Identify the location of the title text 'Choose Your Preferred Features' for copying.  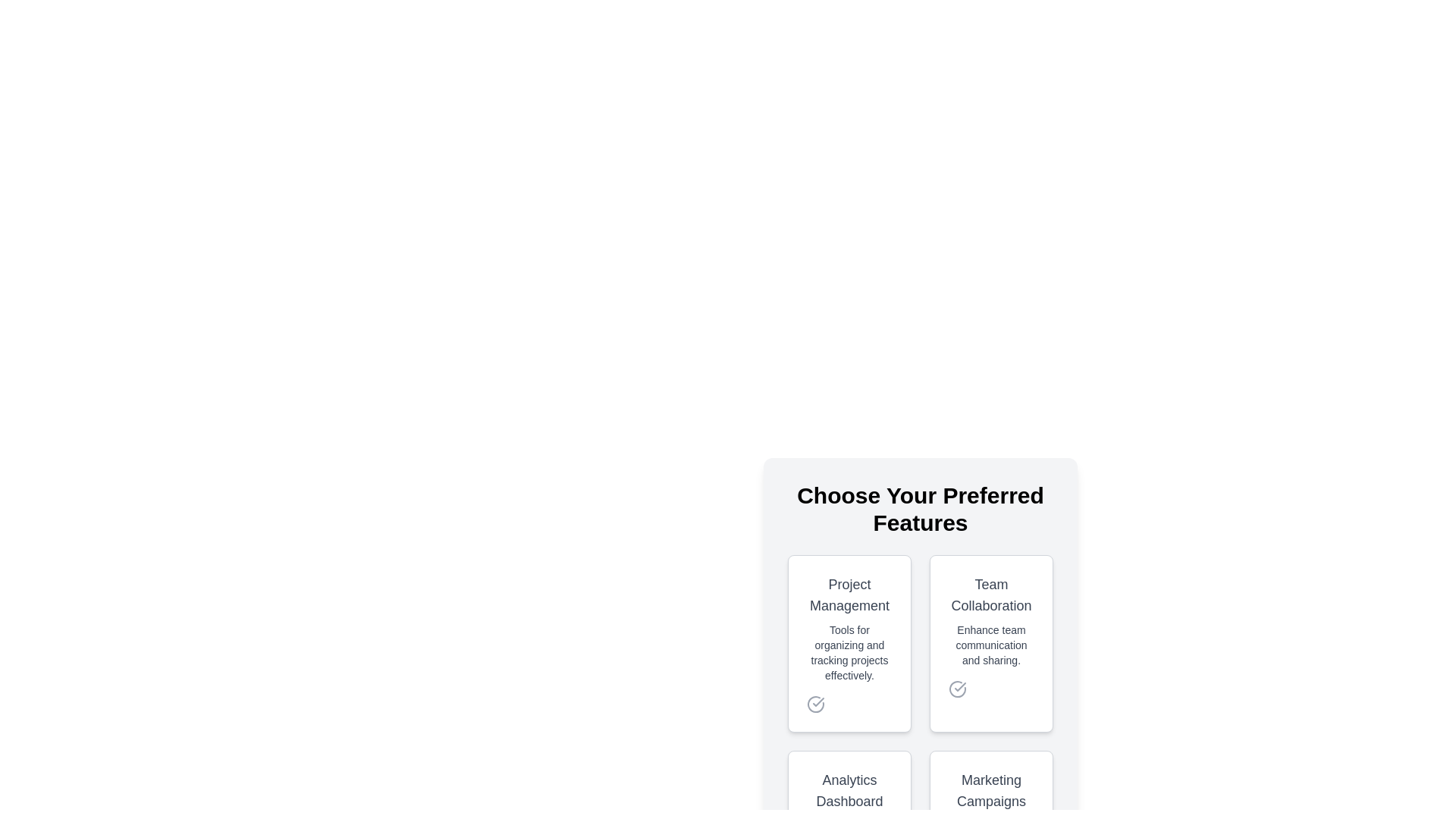
(920, 509).